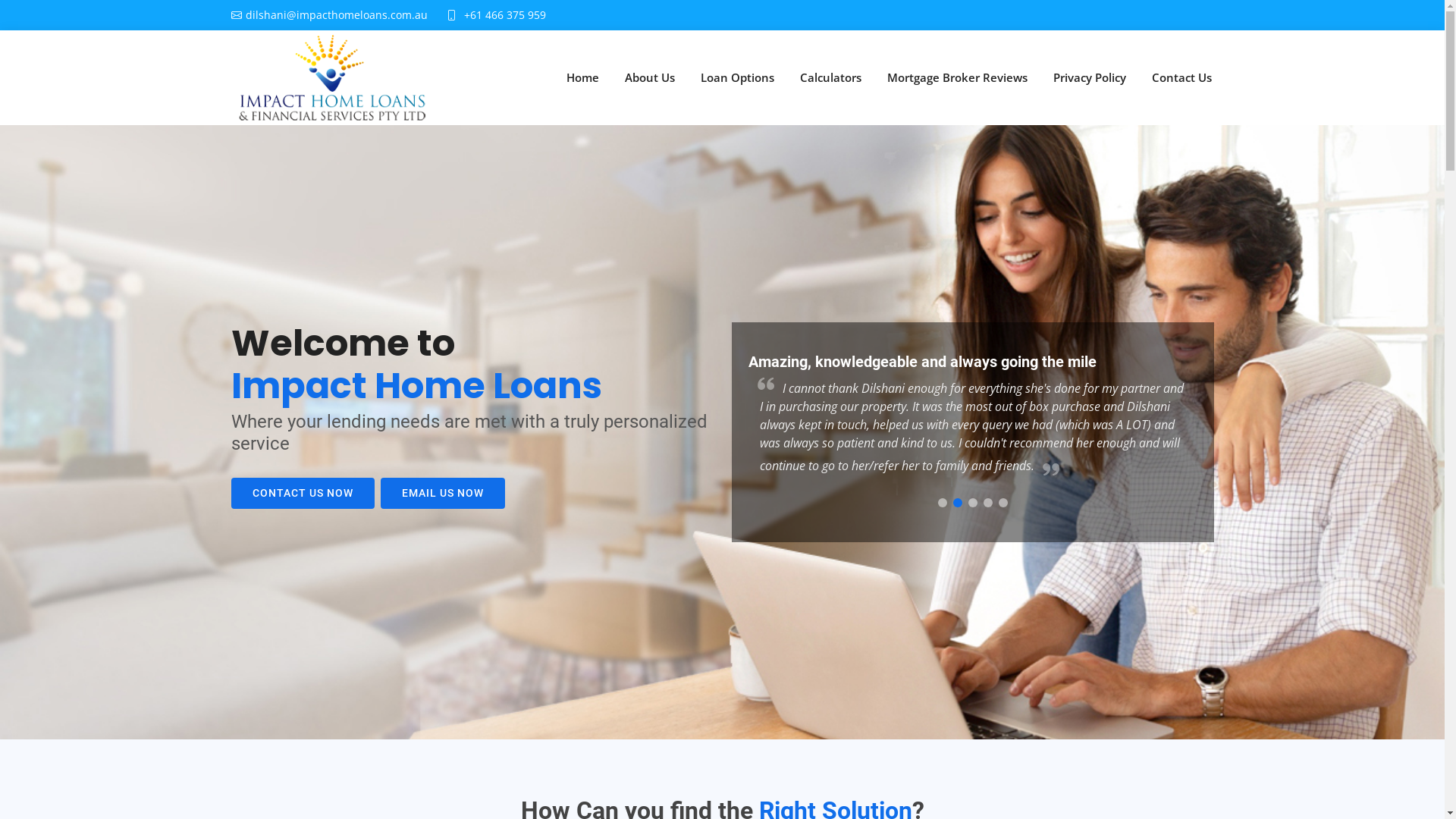  What do you see at coordinates (381, 493) in the screenshot?
I see `'EMAIL US NOW'` at bounding box center [381, 493].